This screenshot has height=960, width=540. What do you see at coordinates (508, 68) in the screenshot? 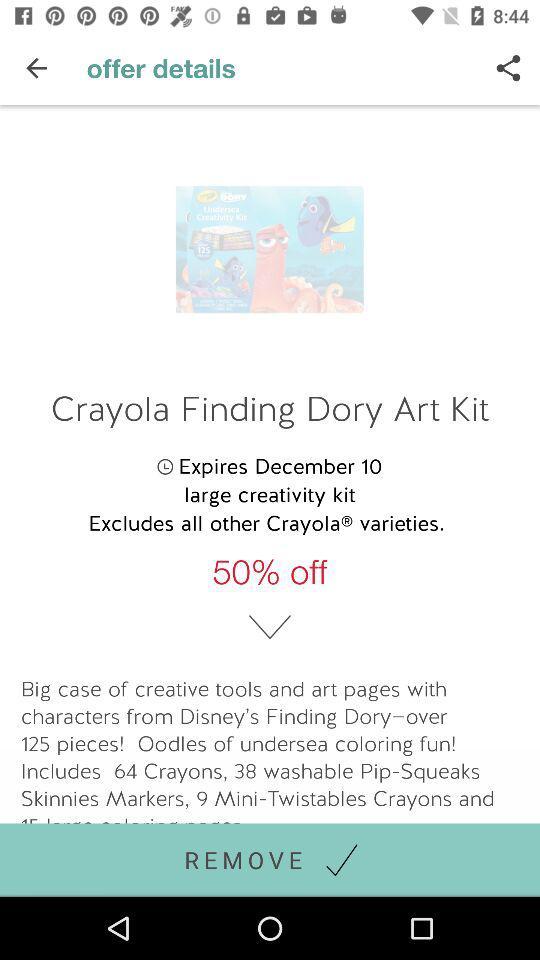
I see `the icon above the crayola finding dory` at bounding box center [508, 68].